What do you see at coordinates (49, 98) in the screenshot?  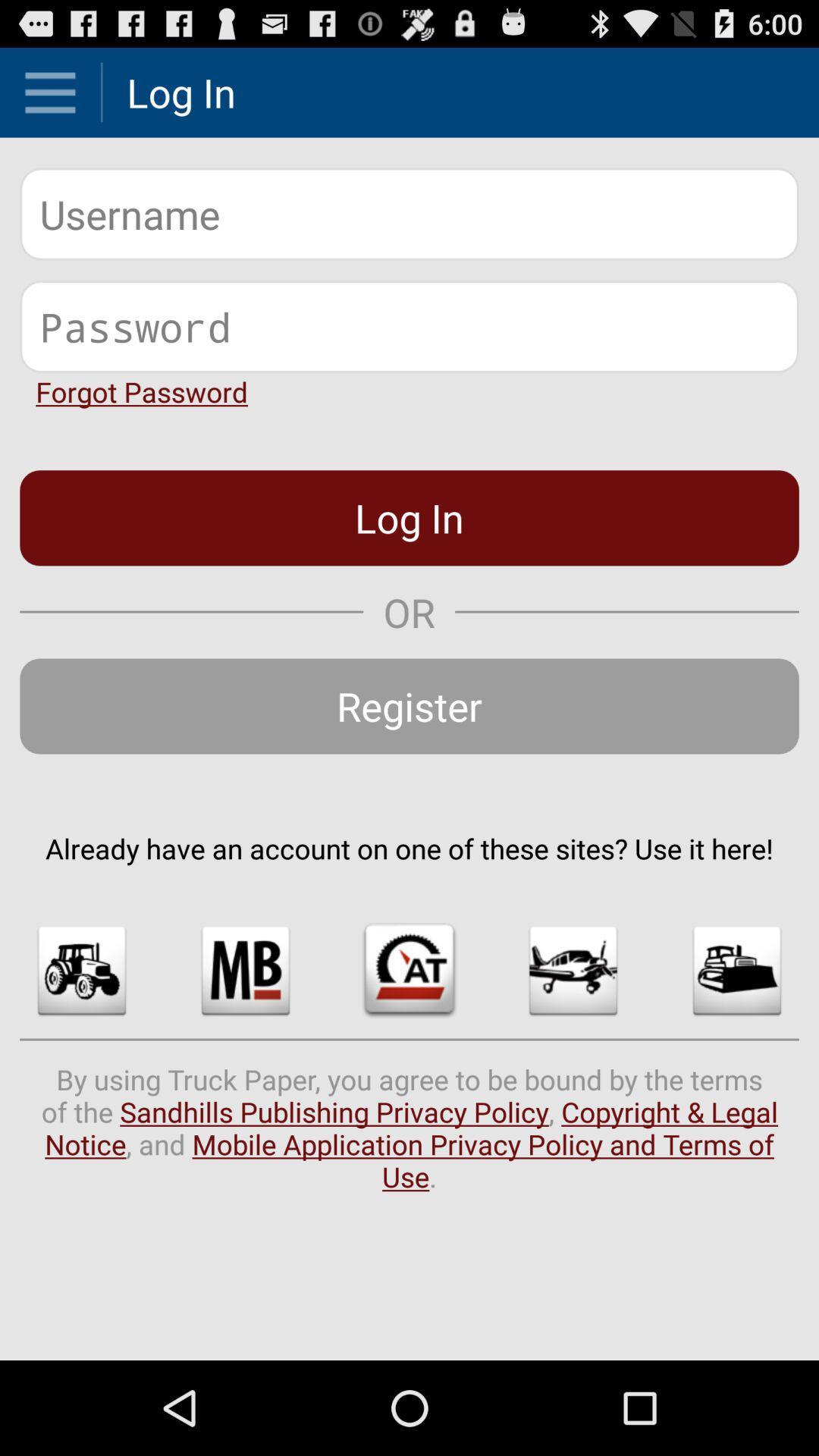 I see `the menu icon` at bounding box center [49, 98].